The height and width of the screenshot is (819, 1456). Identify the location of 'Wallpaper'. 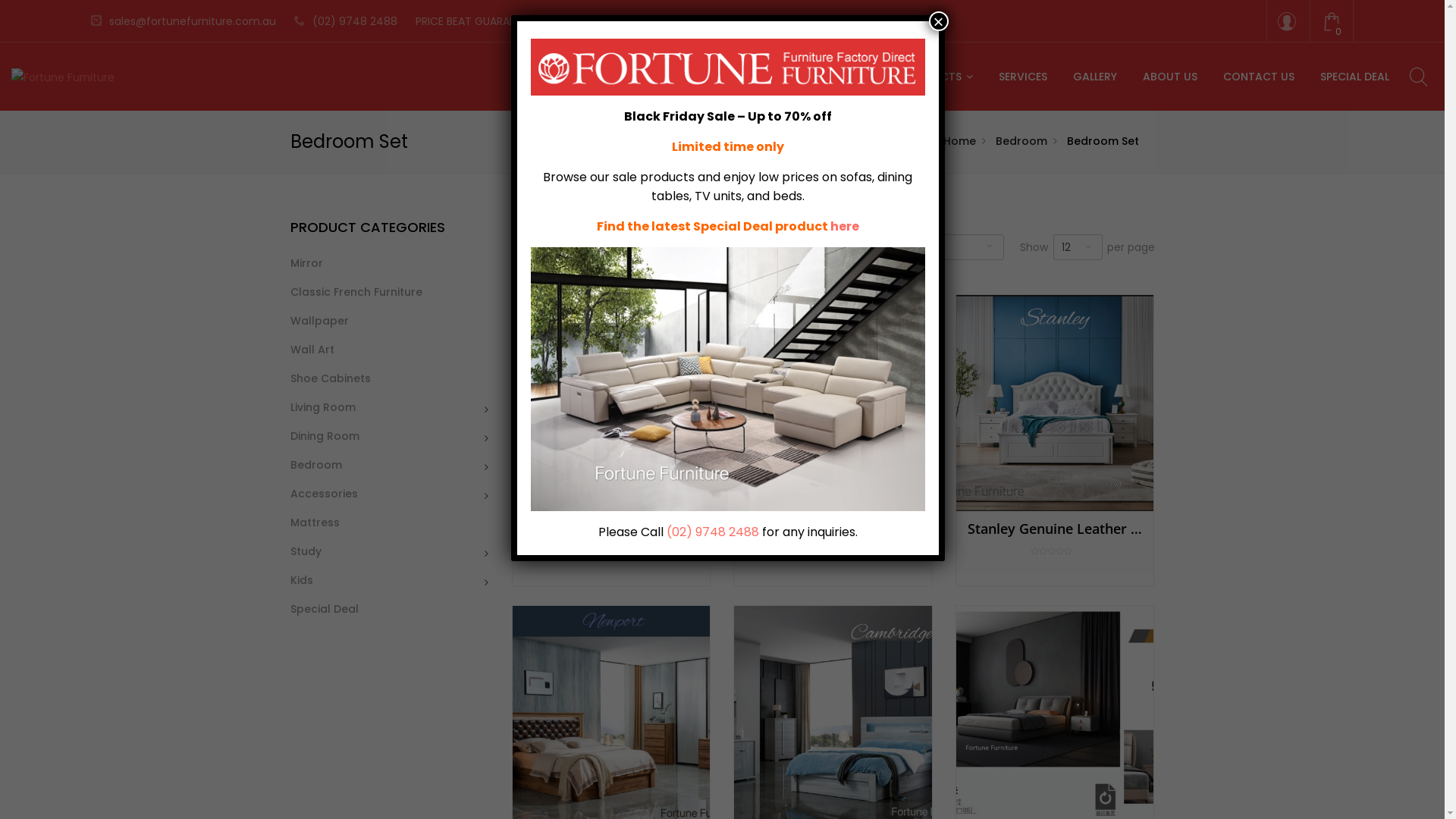
(318, 318).